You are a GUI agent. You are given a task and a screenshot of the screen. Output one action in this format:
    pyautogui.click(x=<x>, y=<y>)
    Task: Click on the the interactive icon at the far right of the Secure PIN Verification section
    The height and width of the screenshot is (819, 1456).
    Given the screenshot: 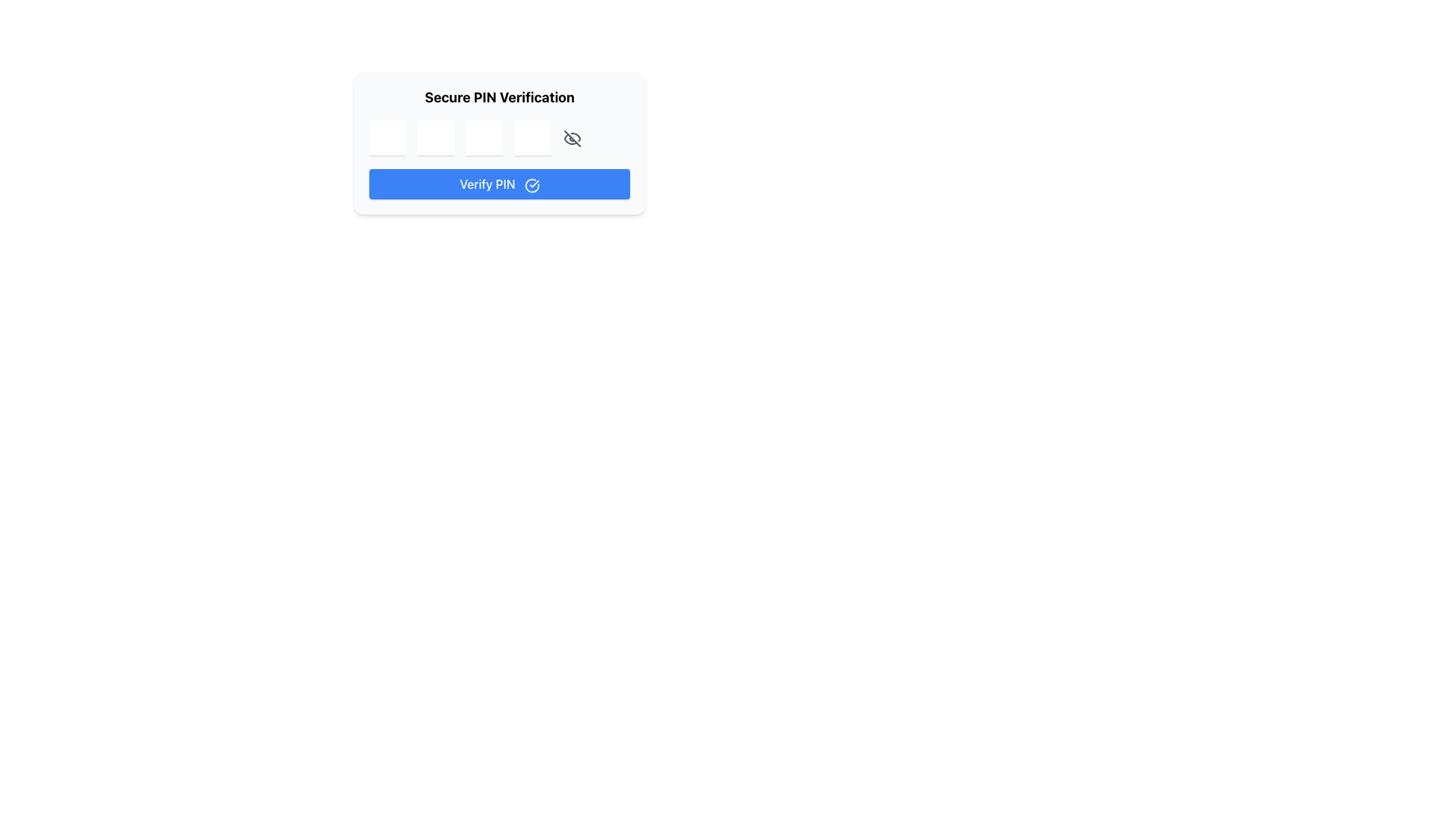 What is the action you would take?
    pyautogui.click(x=571, y=138)
    